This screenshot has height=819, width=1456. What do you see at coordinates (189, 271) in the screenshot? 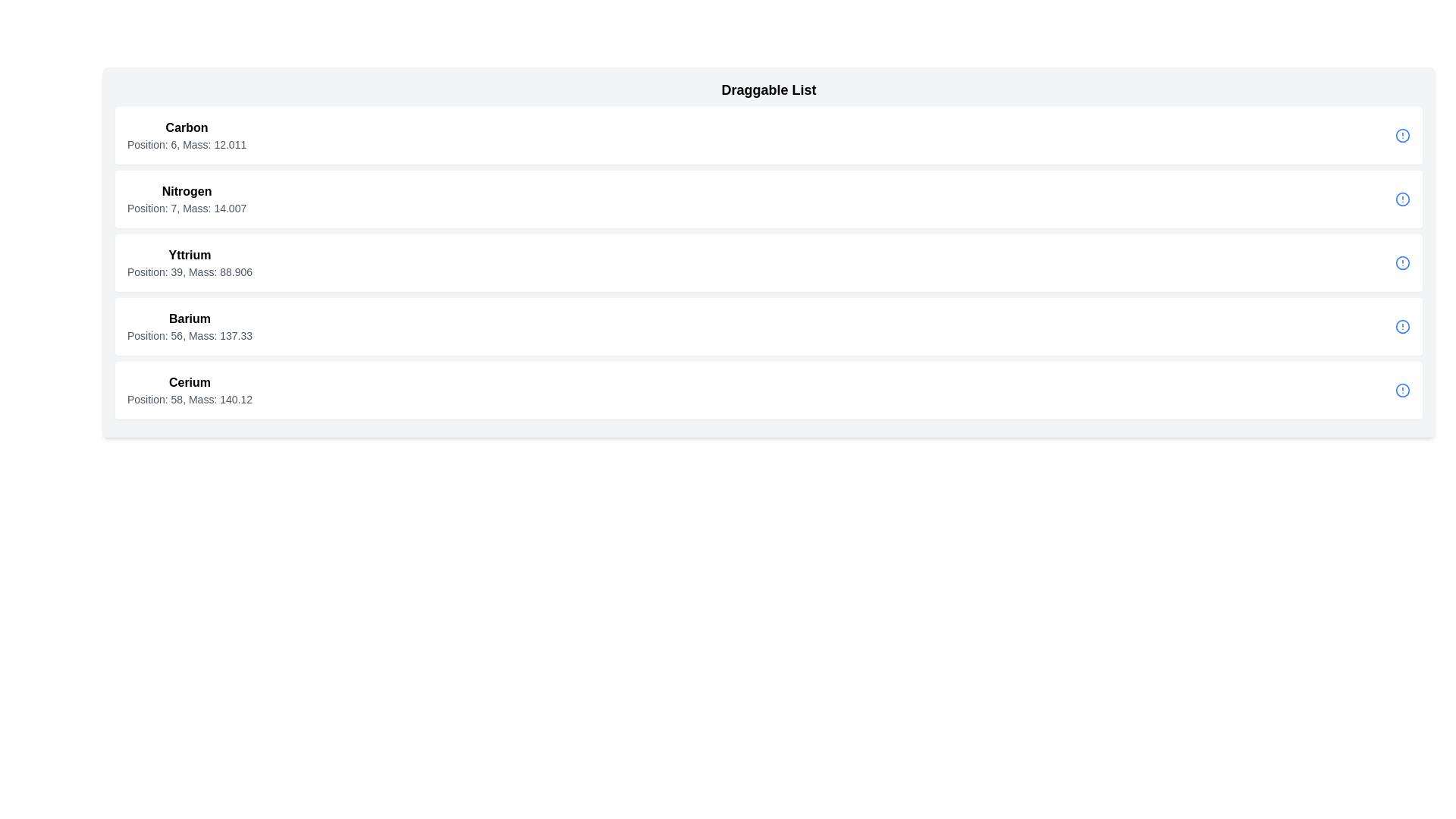
I see `informational text displaying 'Position: 39, Mass: 88.906' located beneath the label 'Yttrium'` at bounding box center [189, 271].